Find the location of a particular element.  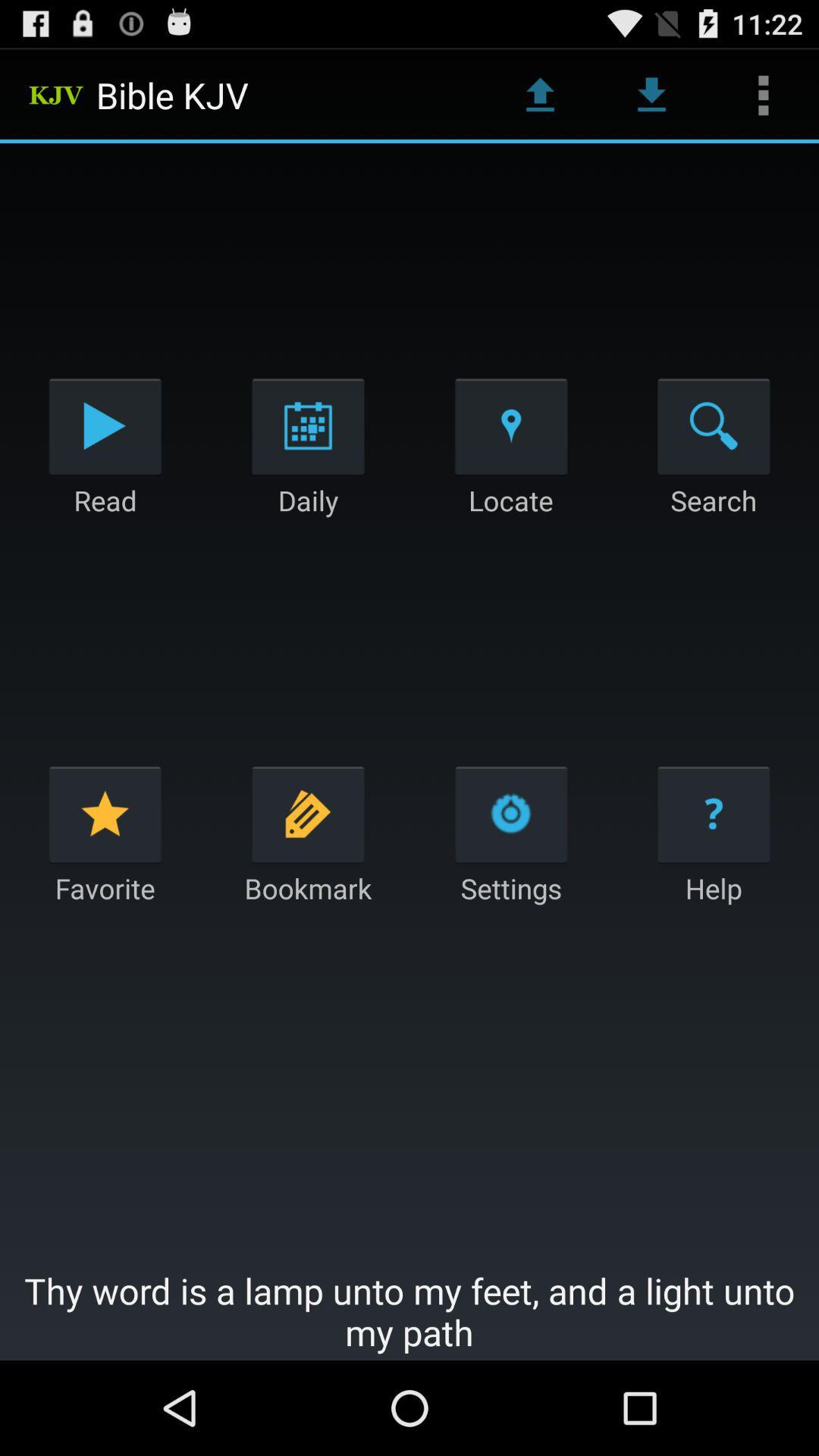

the search icon is located at coordinates (714, 455).